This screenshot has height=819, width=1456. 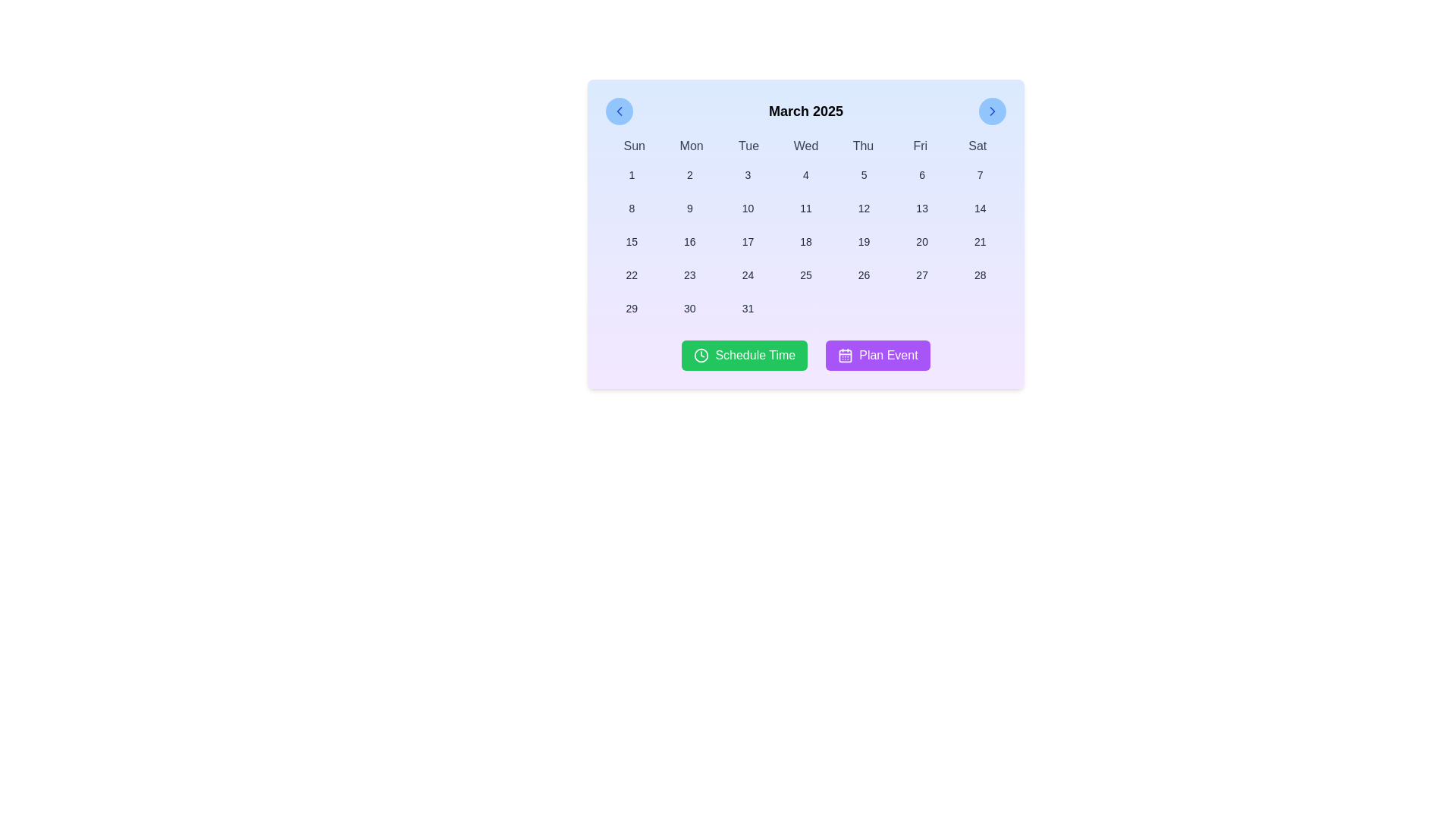 I want to click on the 12th selectable date, so click(x=864, y=208).